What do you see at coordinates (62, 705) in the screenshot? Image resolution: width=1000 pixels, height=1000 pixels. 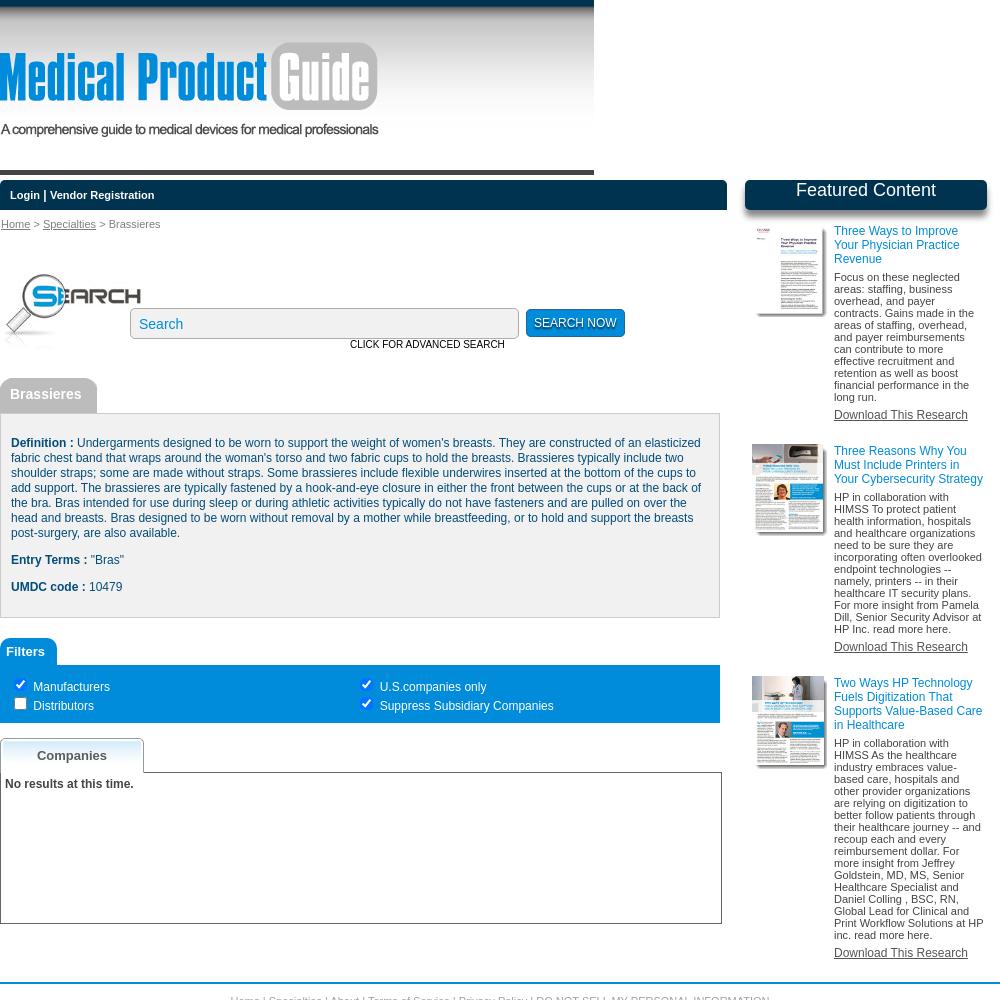 I see `'Distributors'` at bounding box center [62, 705].